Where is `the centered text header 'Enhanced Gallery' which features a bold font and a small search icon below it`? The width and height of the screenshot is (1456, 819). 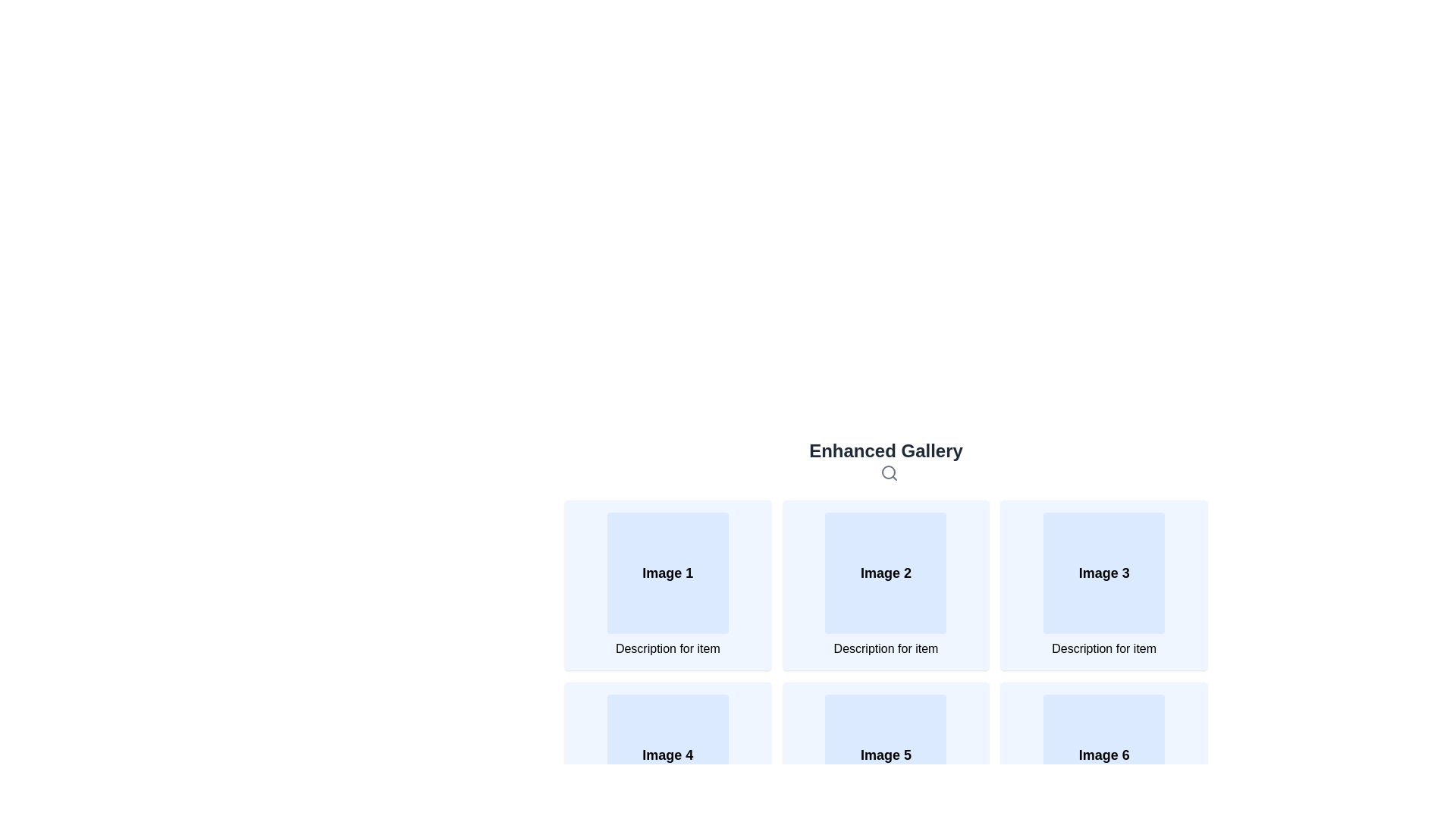
the centered text header 'Enhanced Gallery' which features a bold font and a small search icon below it is located at coordinates (886, 460).